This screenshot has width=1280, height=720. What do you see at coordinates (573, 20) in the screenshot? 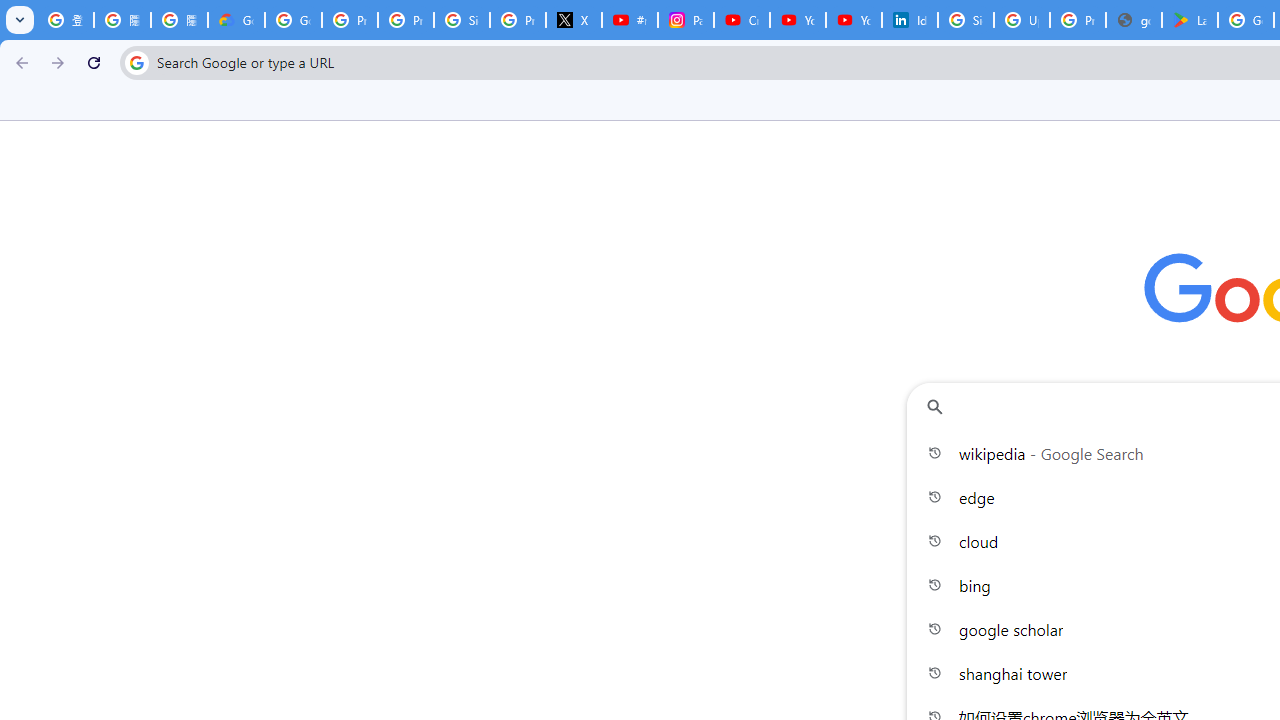
I see `'X'` at bounding box center [573, 20].